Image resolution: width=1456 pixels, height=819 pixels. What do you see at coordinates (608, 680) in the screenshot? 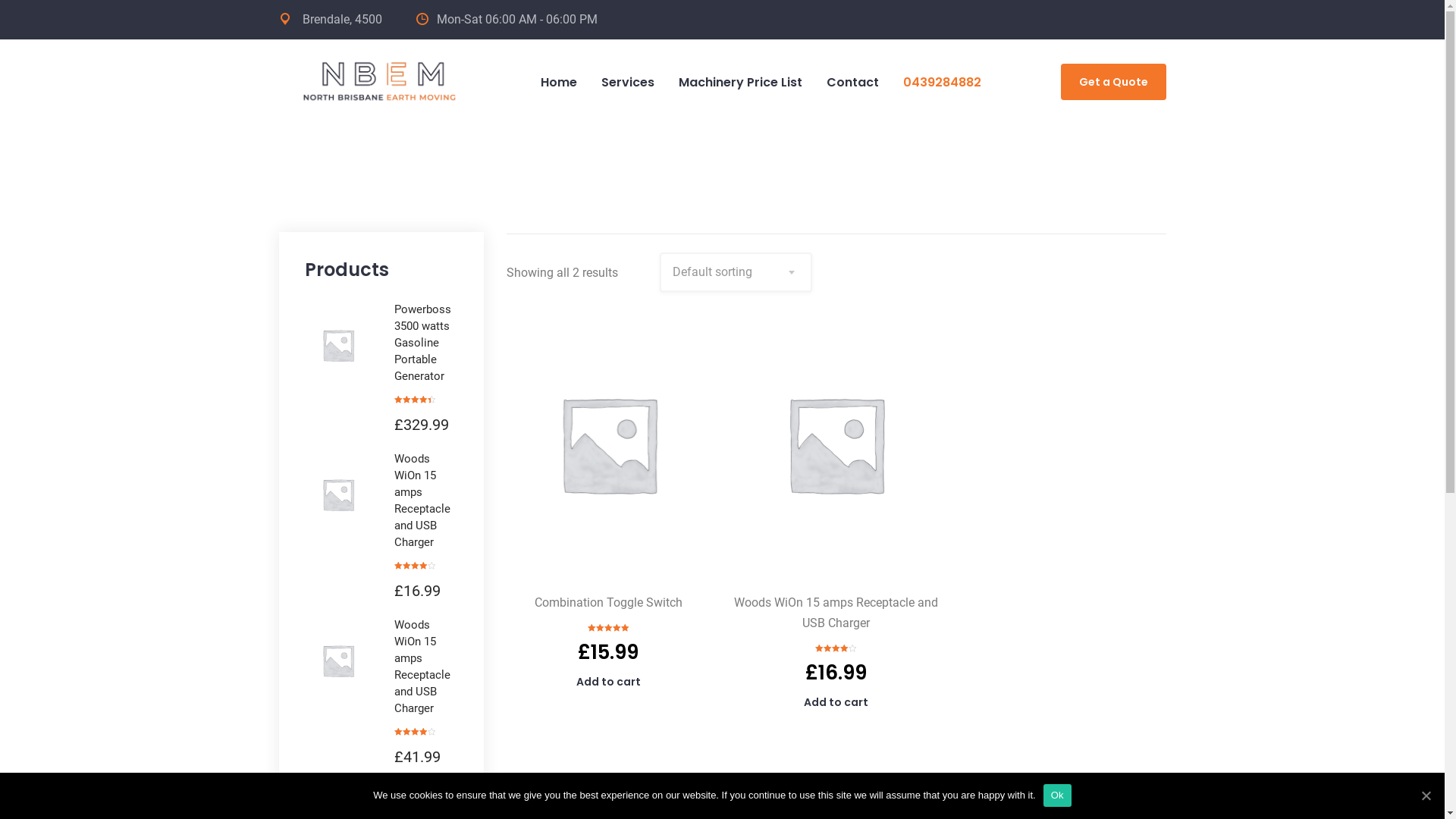
I see `'Add to cart'` at bounding box center [608, 680].